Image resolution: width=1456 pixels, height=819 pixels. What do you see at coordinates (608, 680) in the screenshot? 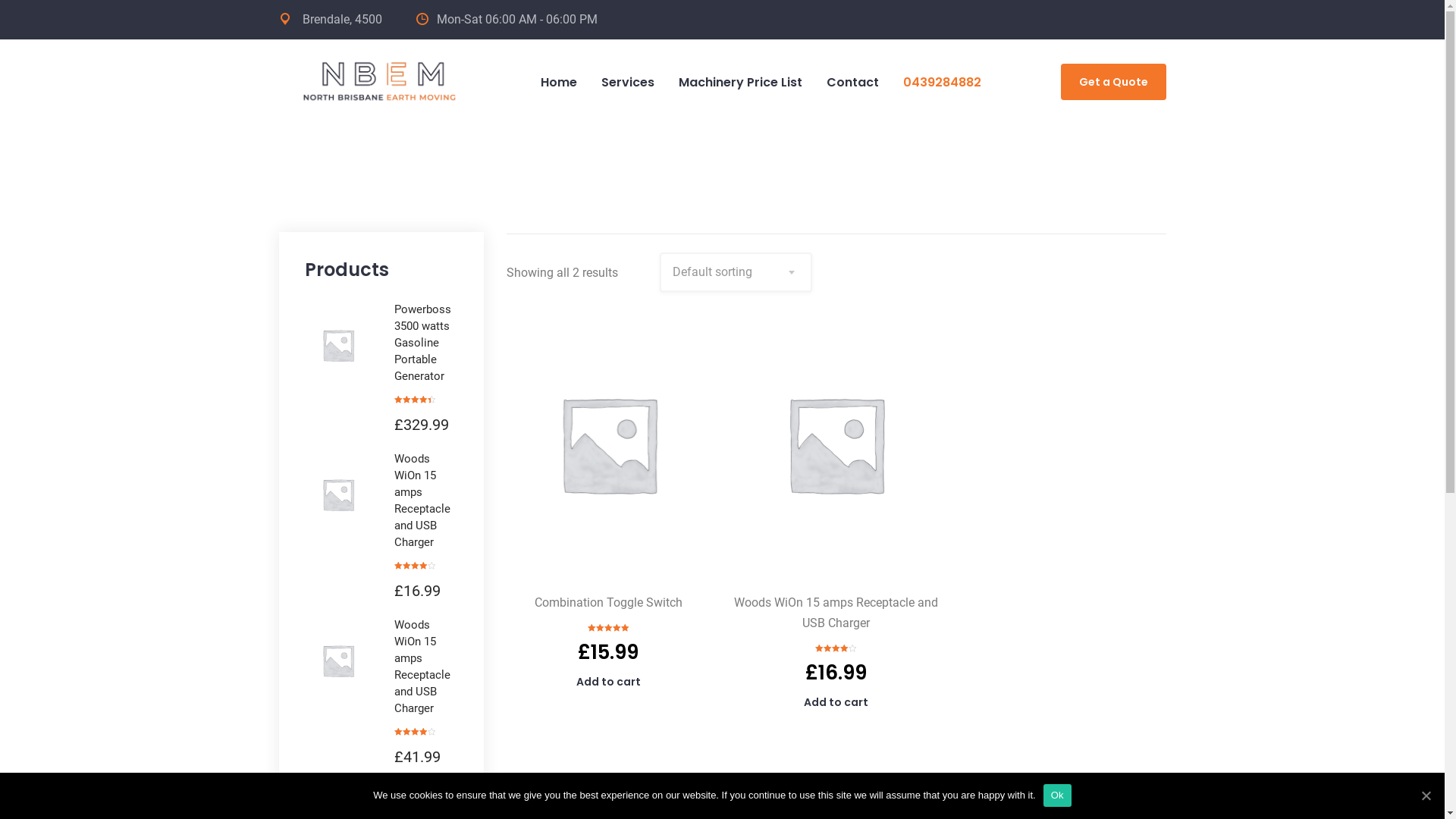
I see `'Add to cart'` at bounding box center [608, 680].